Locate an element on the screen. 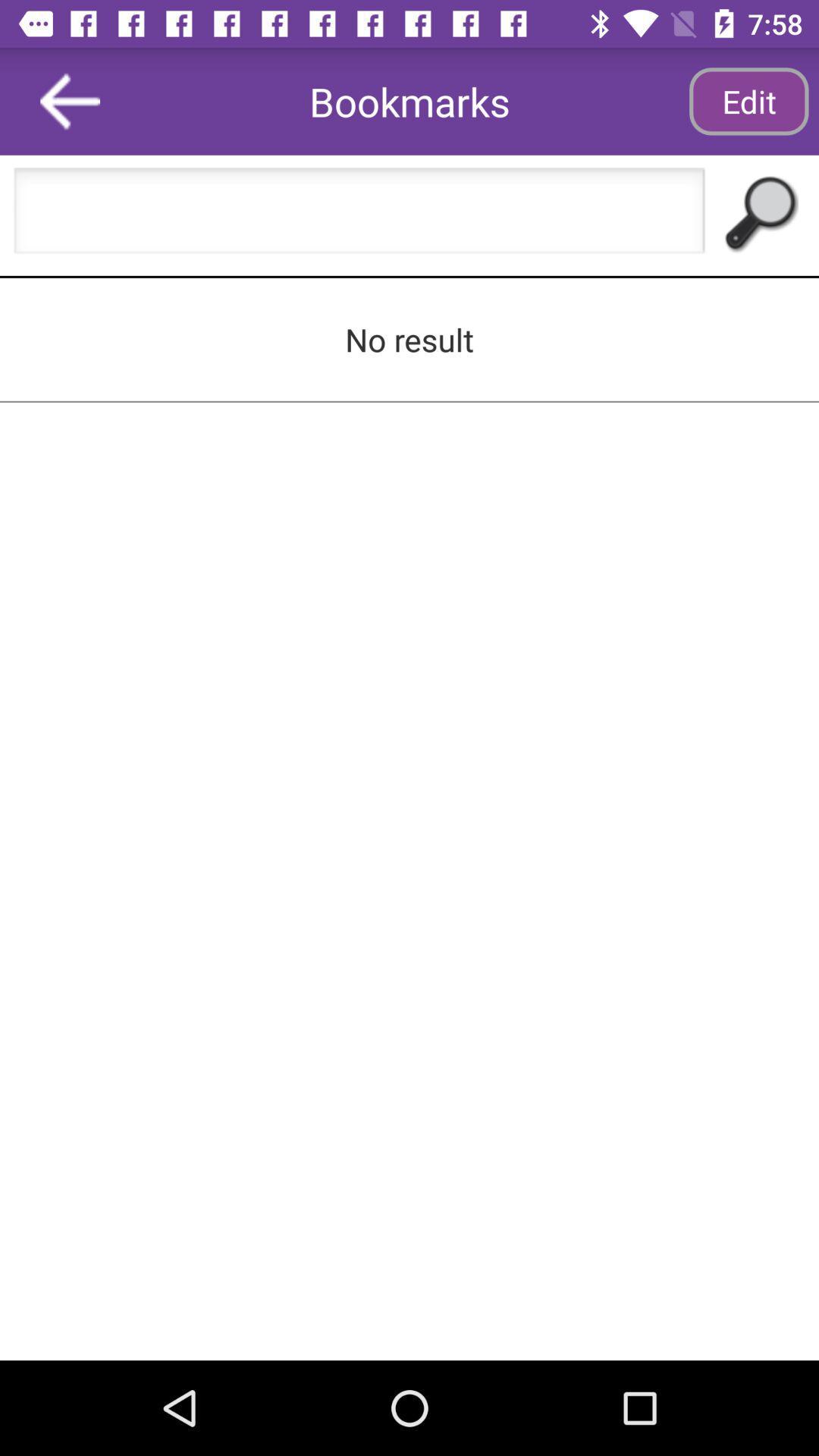 This screenshot has height=1456, width=819. icon next to the bookmarks item is located at coordinates (70, 100).